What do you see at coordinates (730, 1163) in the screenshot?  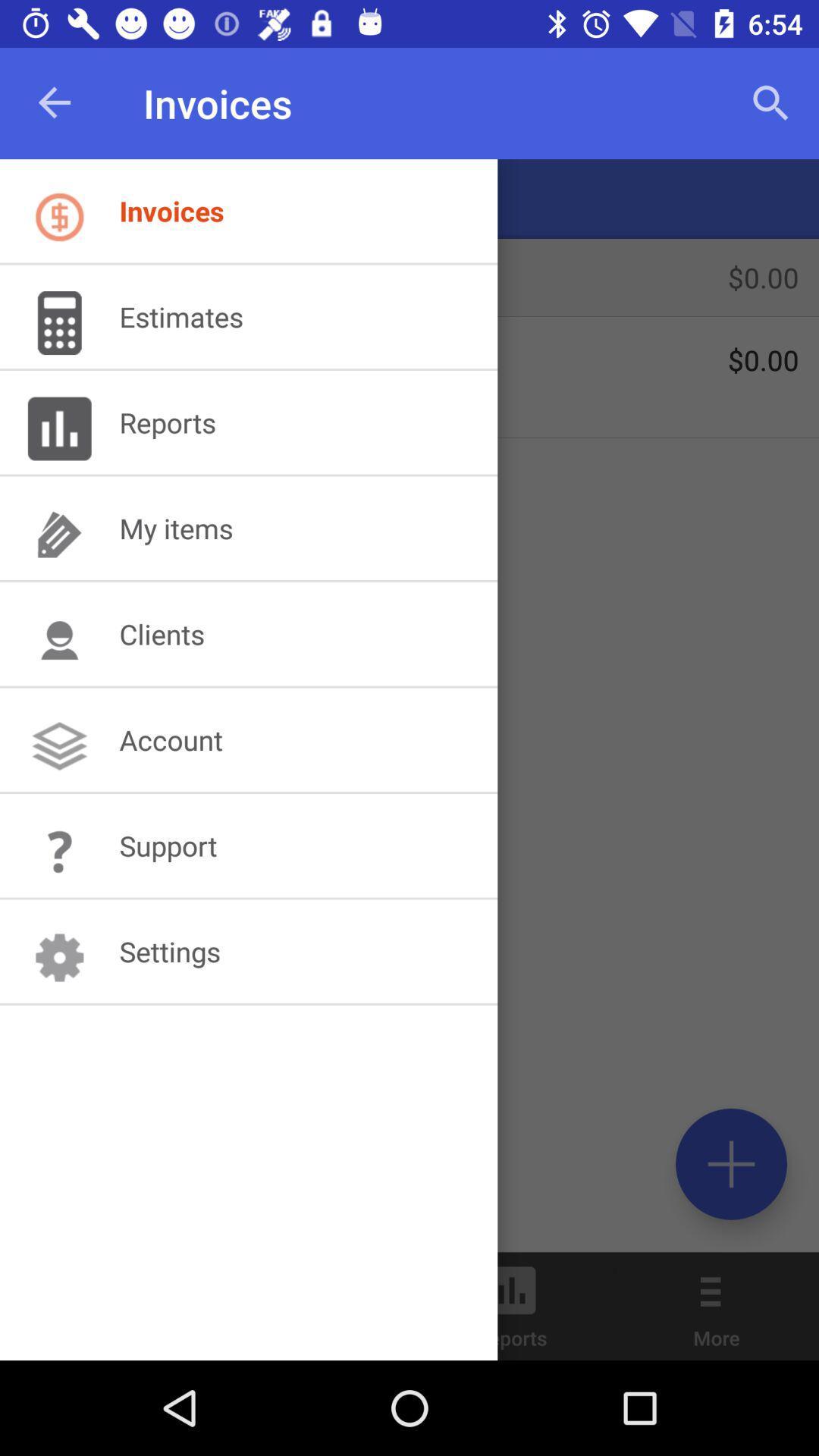 I see `the add icon` at bounding box center [730, 1163].